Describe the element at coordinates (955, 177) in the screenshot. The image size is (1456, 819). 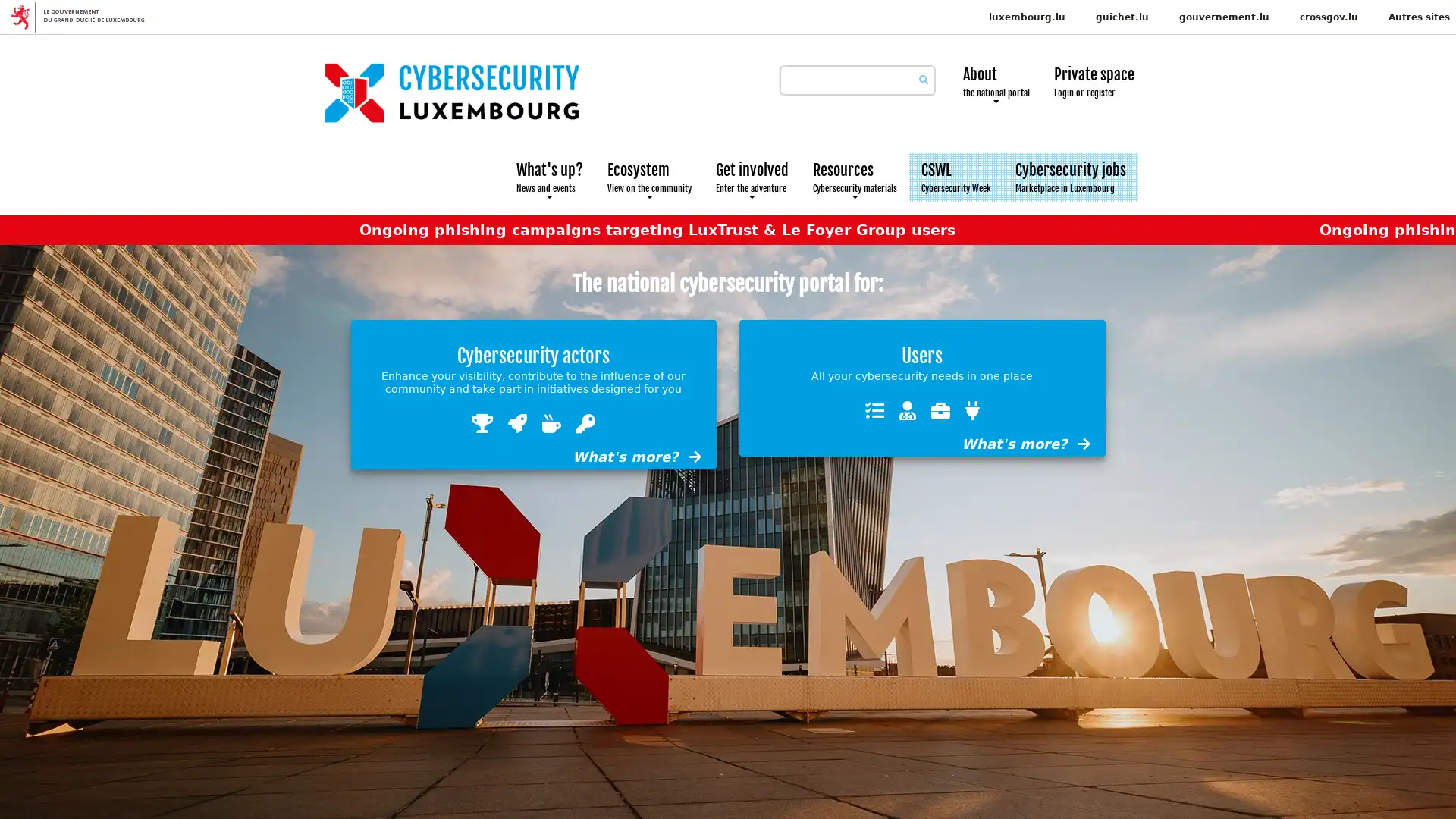
I see `CSWL Cybersecurity Week` at that location.